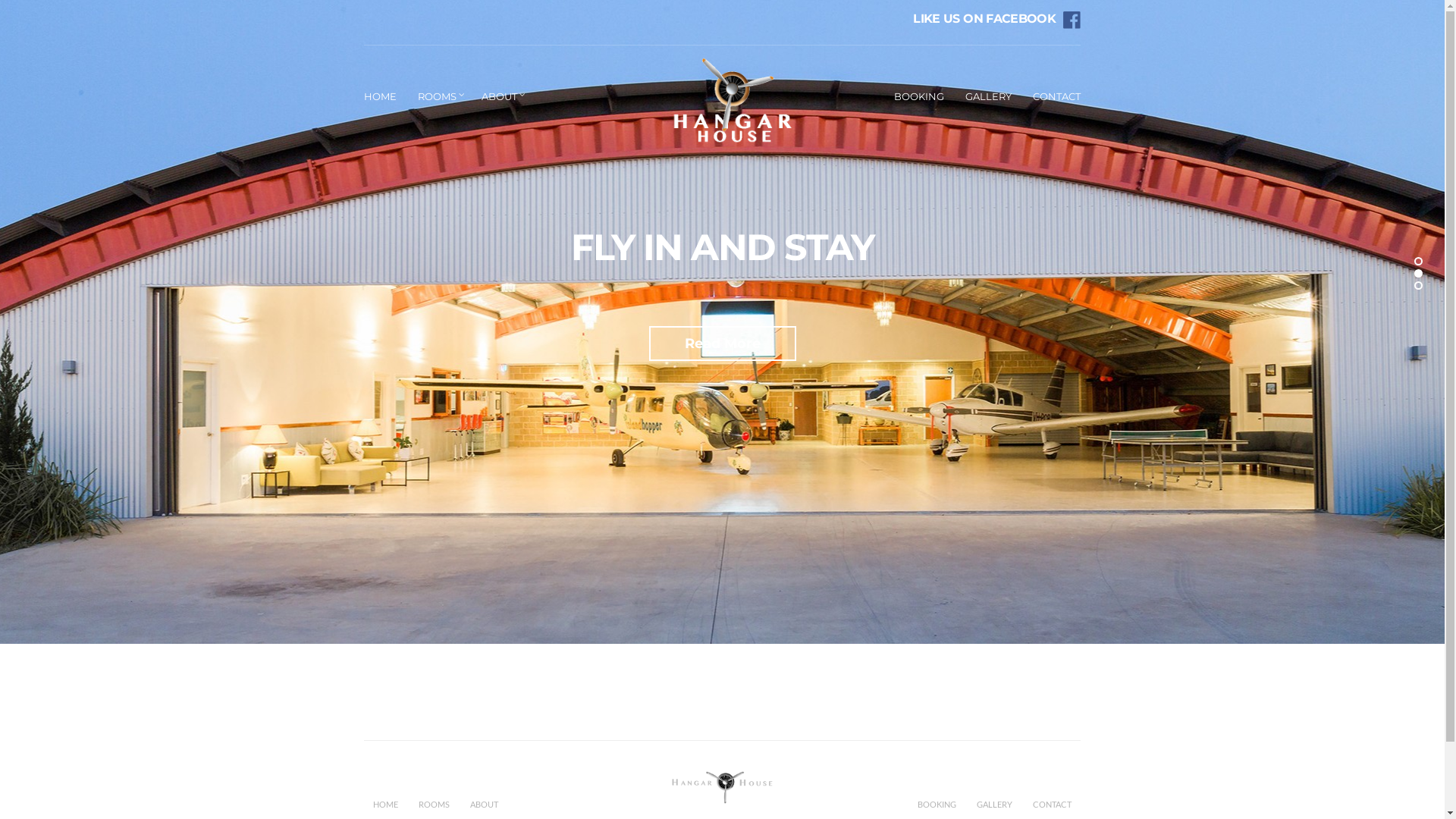 The height and width of the screenshot is (819, 1456). Describe the element at coordinates (988, 99) in the screenshot. I see `'GALLERY'` at that location.